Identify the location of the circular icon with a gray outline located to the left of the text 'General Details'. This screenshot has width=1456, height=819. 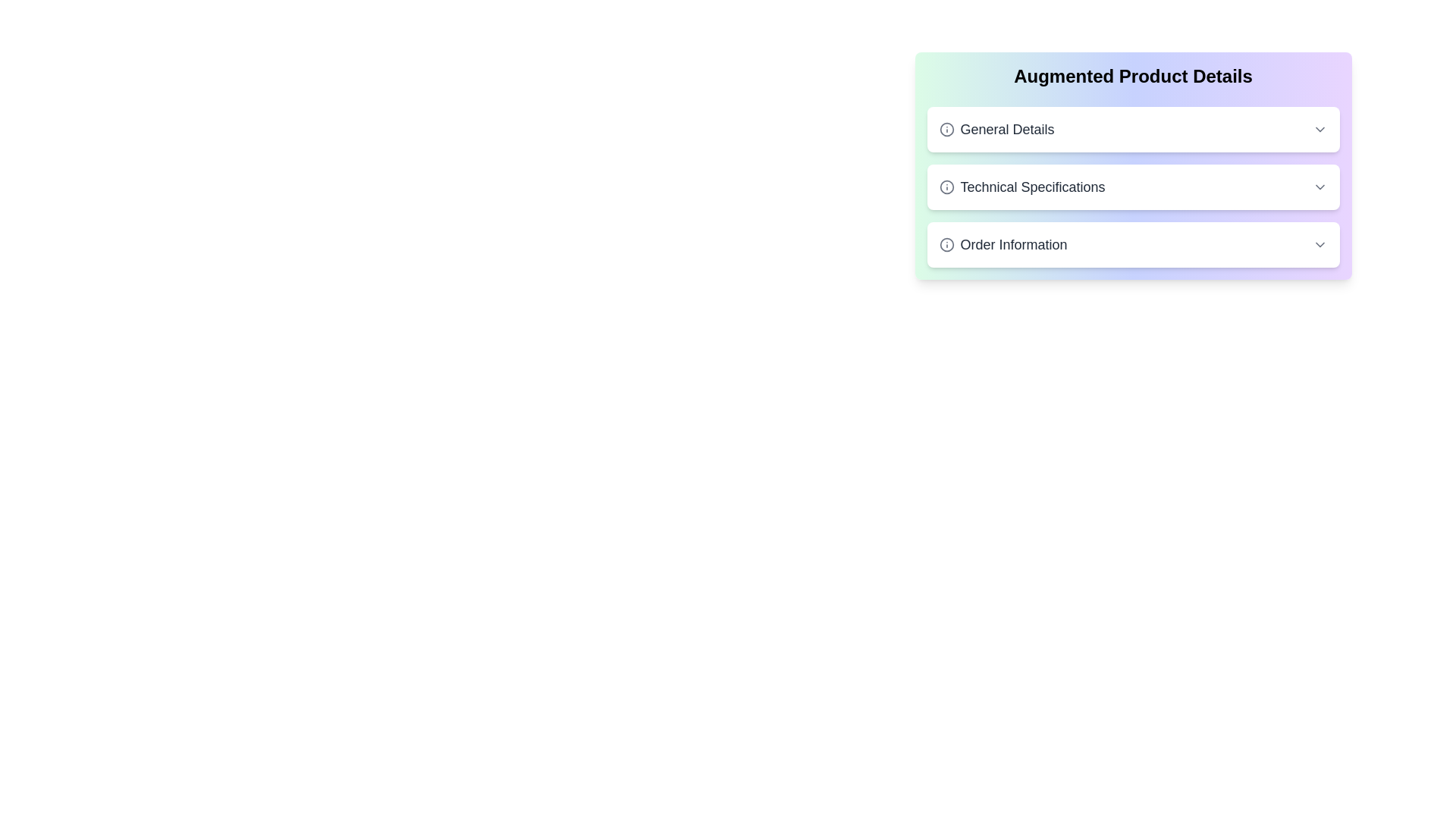
(946, 128).